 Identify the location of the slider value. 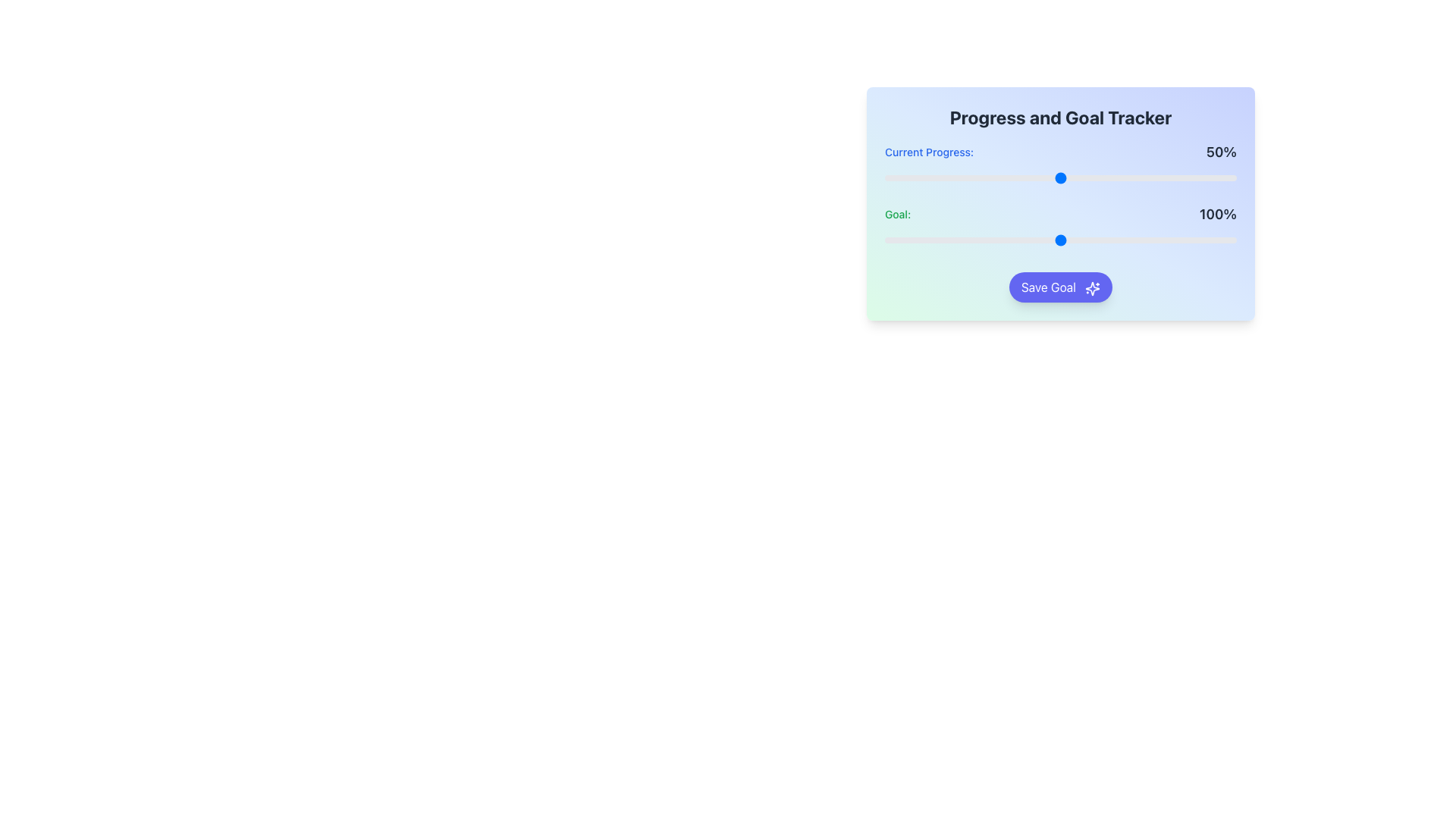
(999, 239).